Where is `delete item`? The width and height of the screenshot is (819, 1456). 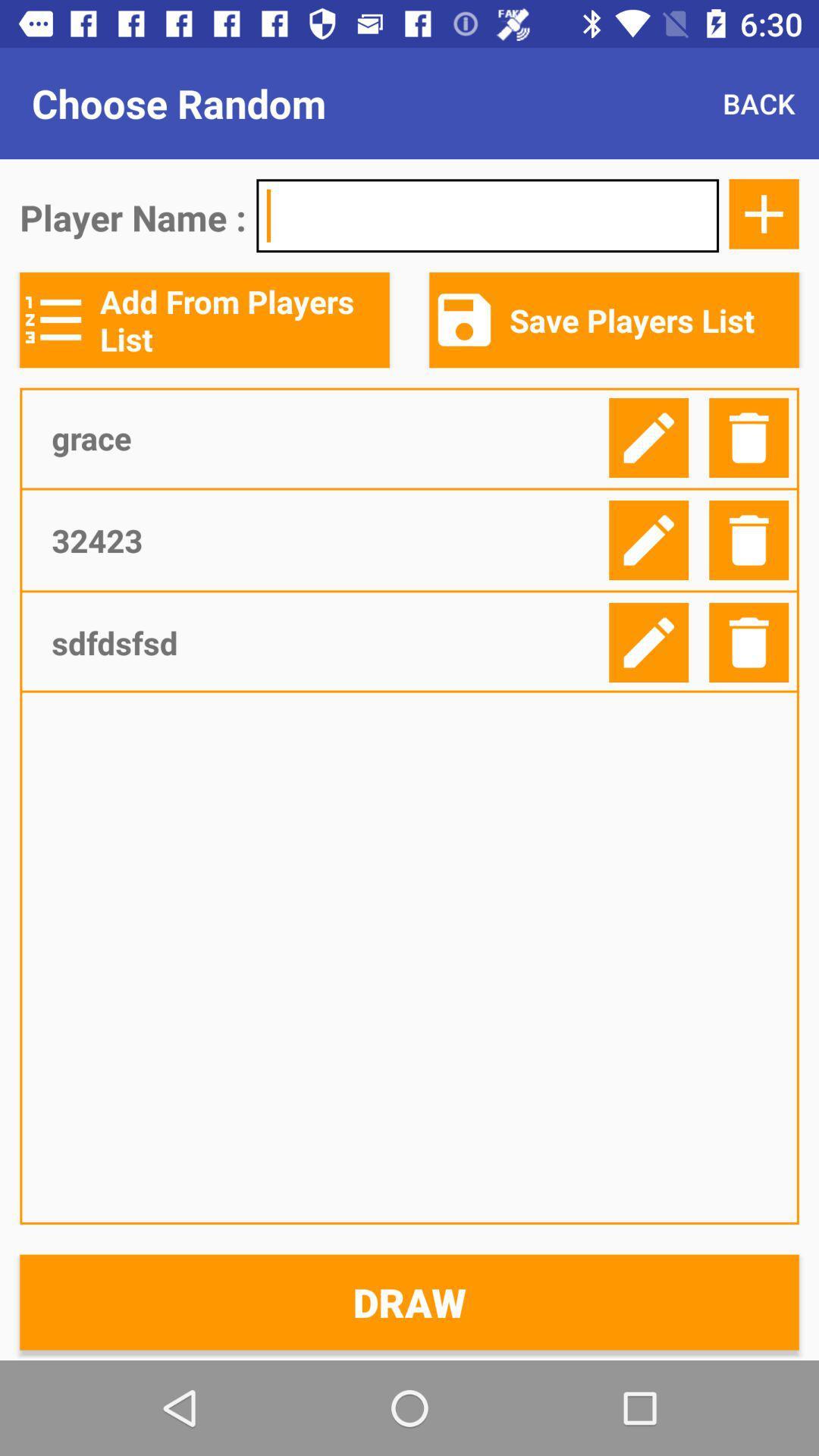 delete item is located at coordinates (748, 642).